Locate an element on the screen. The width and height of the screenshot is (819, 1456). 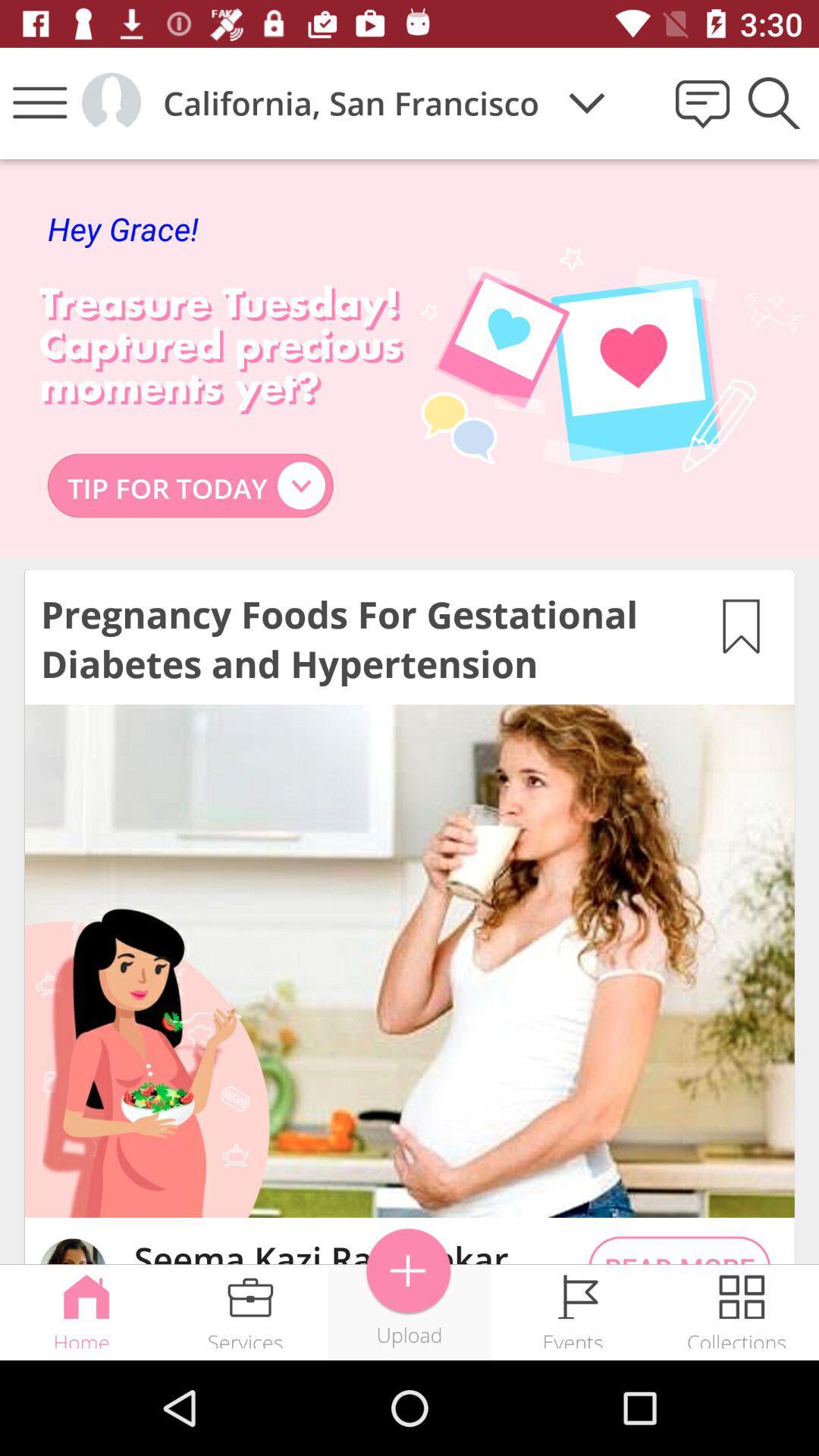
the add icon is located at coordinates (408, 1271).